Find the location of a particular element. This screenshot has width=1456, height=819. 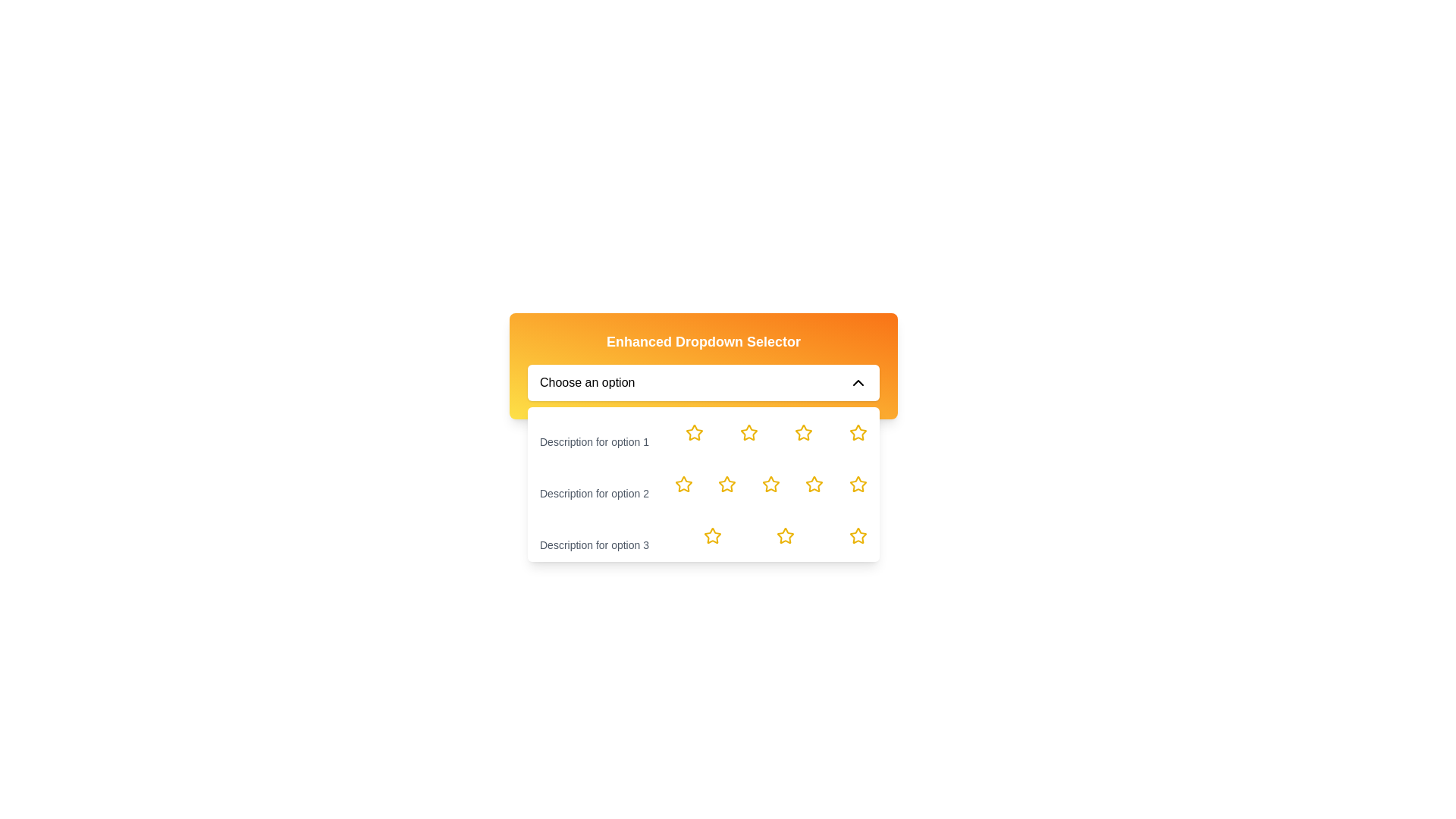

the static text field providing additional descriptive information for 'Option 2', located in the dropdown area directly below the associated label is located at coordinates (593, 494).